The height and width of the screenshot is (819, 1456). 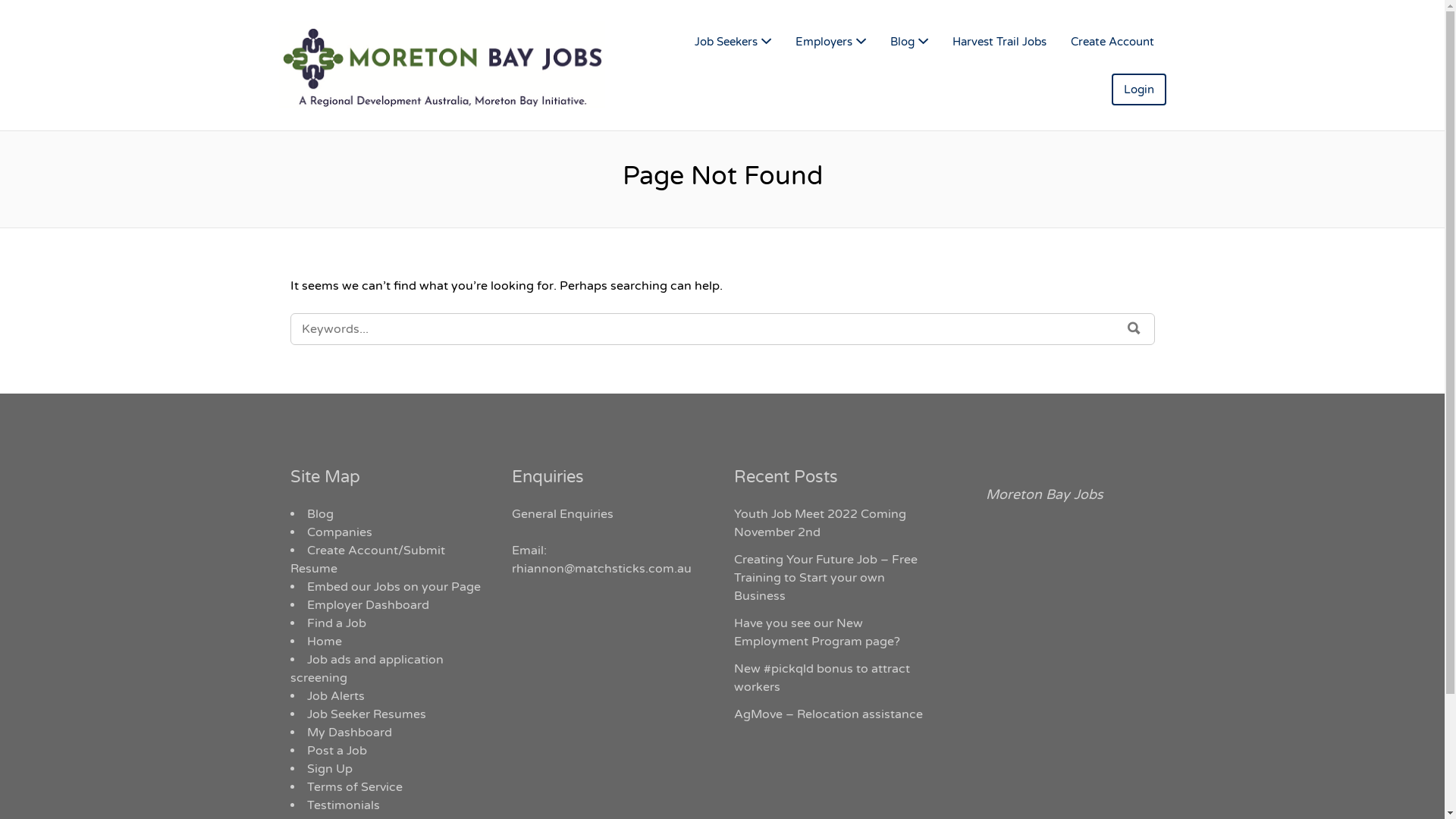 What do you see at coordinates (366, 668) in the screenshot?
I see `'Job ads and application screening'` at bounding box center [366, 668].